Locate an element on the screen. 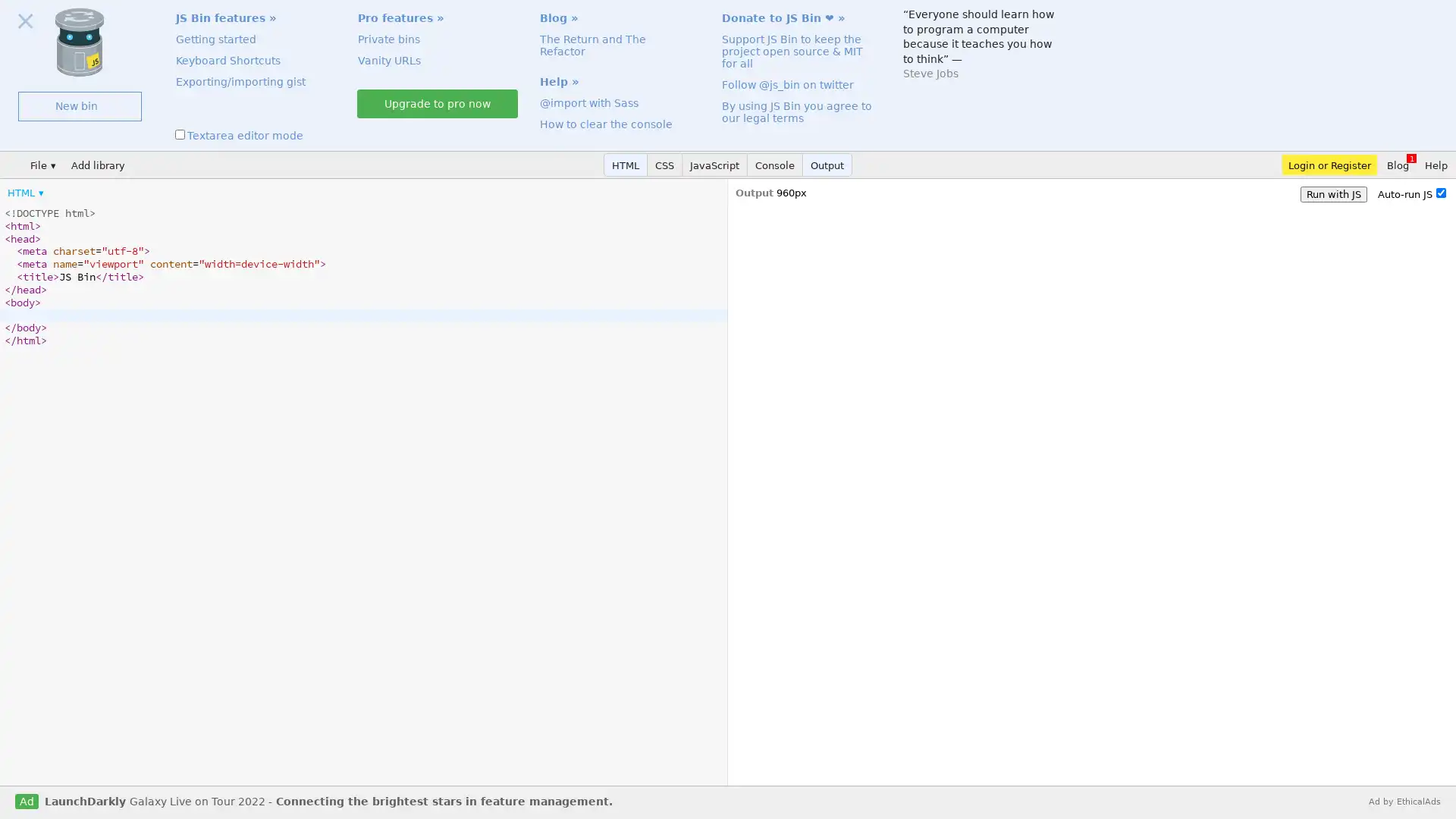 The image size is (1456, 819). Run with JS is located at coordinates (1332, 193).